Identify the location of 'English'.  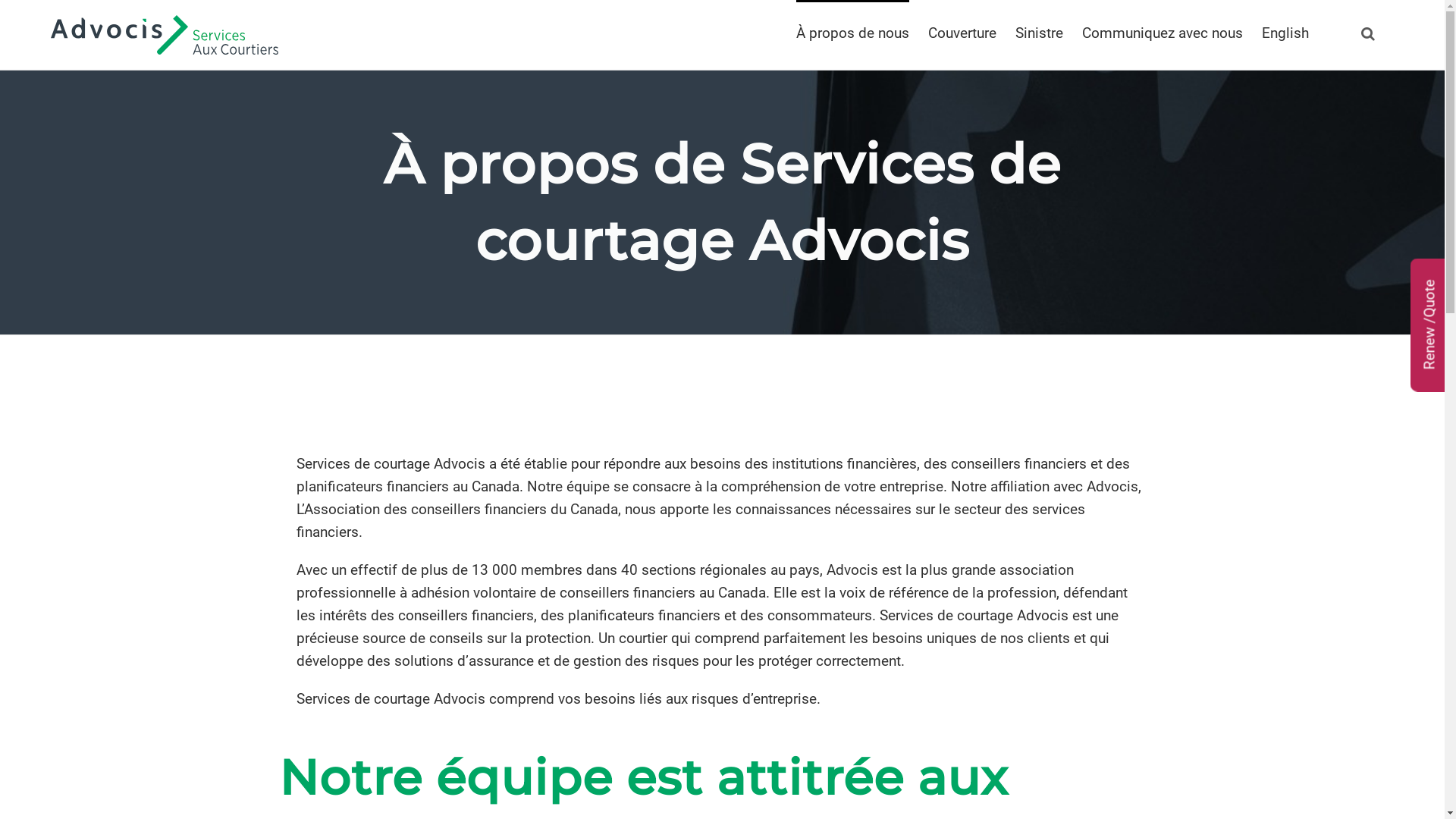
(1284, 32).